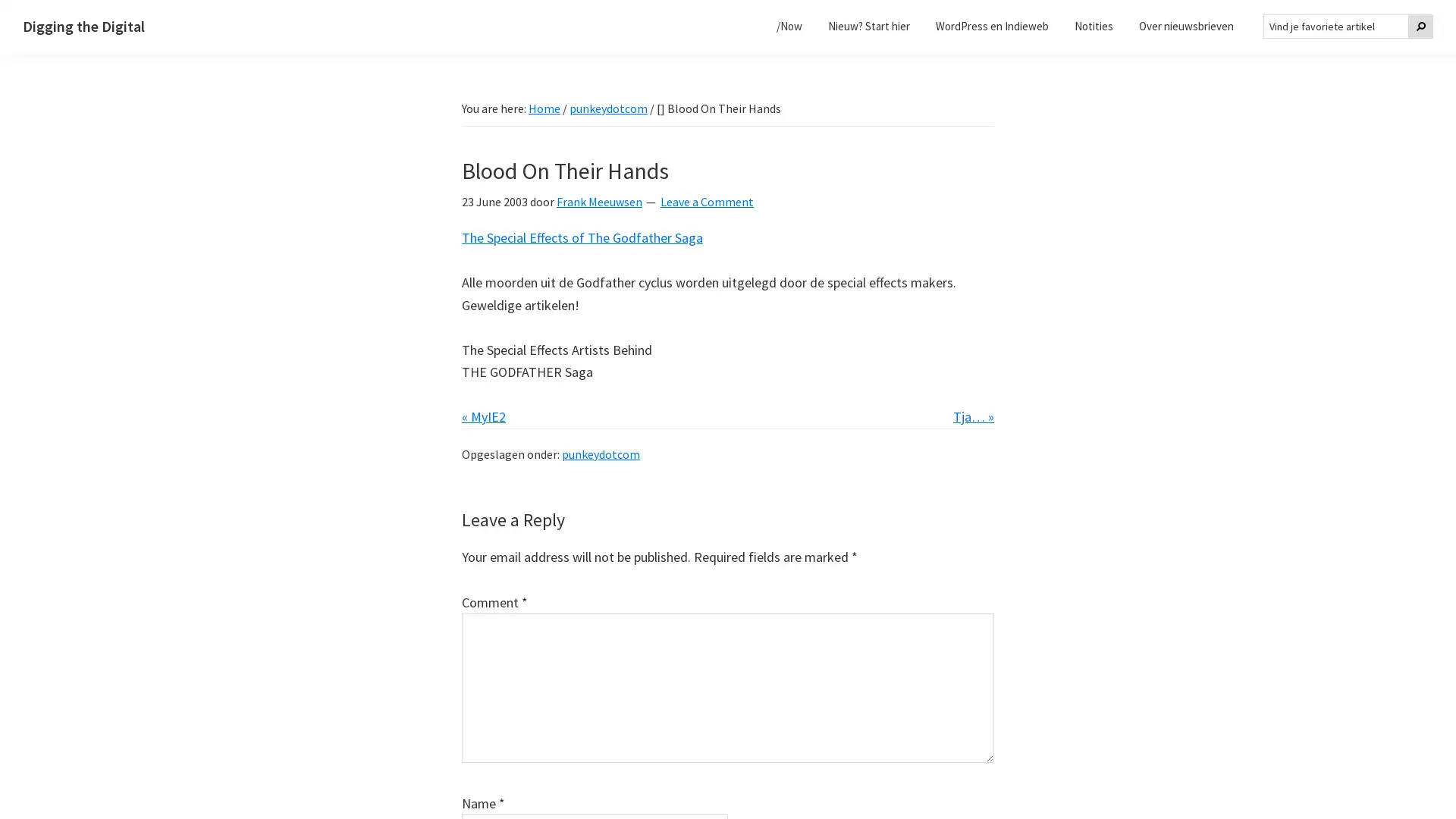 The image size is (1456, 819). Describe the element at coordinates (1420, 26) in the screenshot. I see `Search` at that location.